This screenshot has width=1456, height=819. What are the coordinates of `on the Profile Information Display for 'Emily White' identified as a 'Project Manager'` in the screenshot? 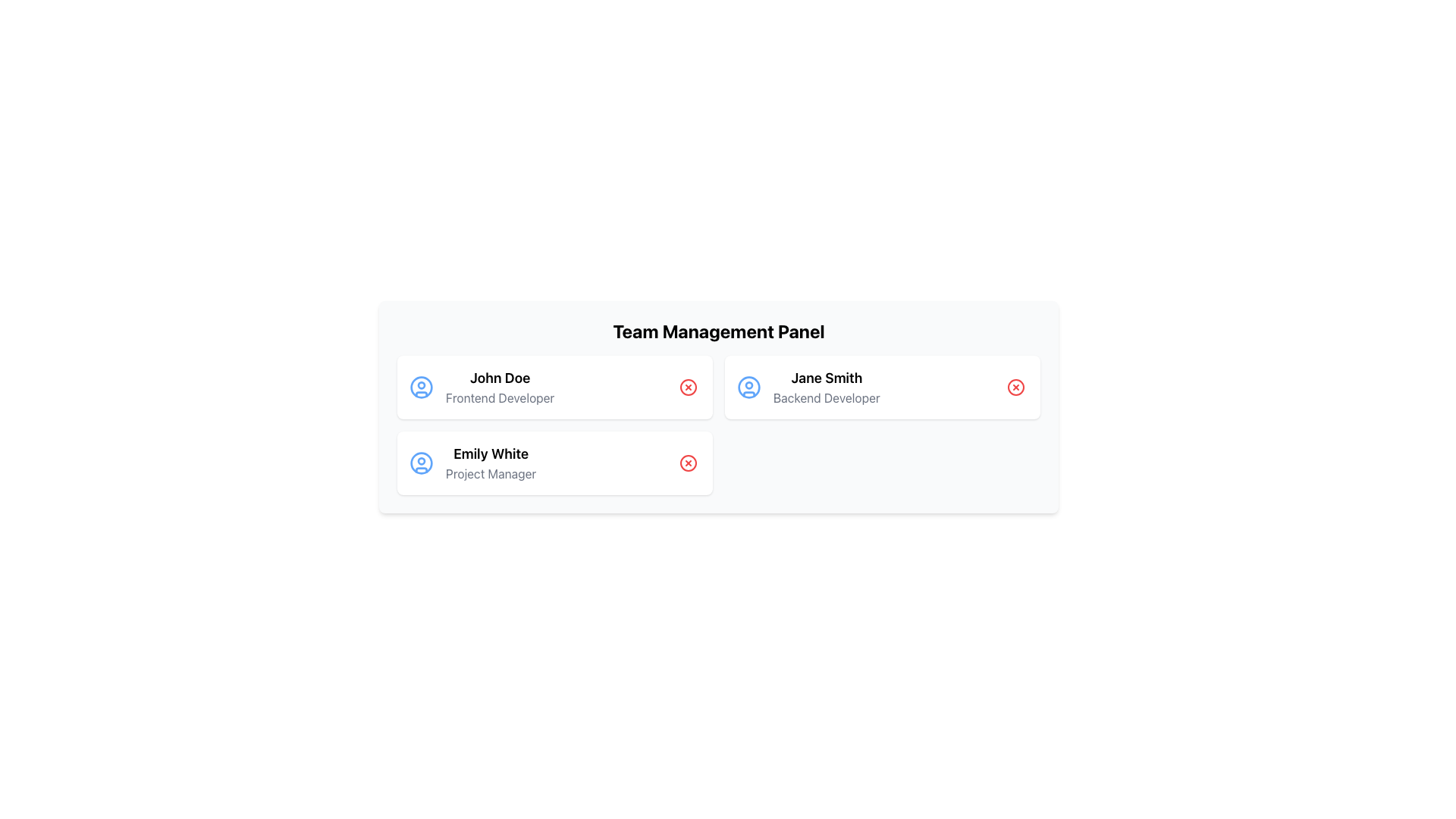 It's located at (472, 462).